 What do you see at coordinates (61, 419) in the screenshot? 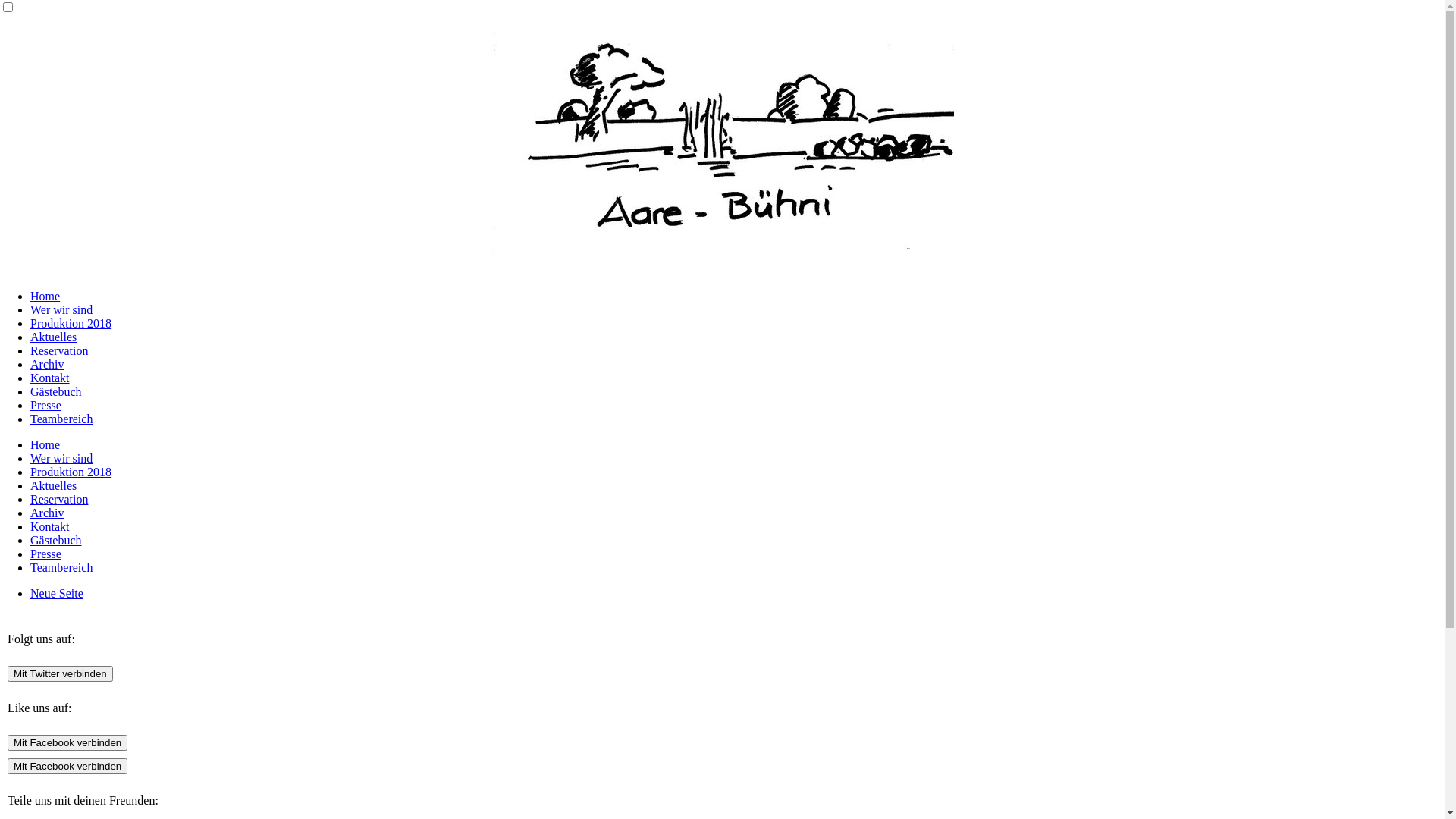
I see `'Teambereich'` at bounding box center [61, 419].